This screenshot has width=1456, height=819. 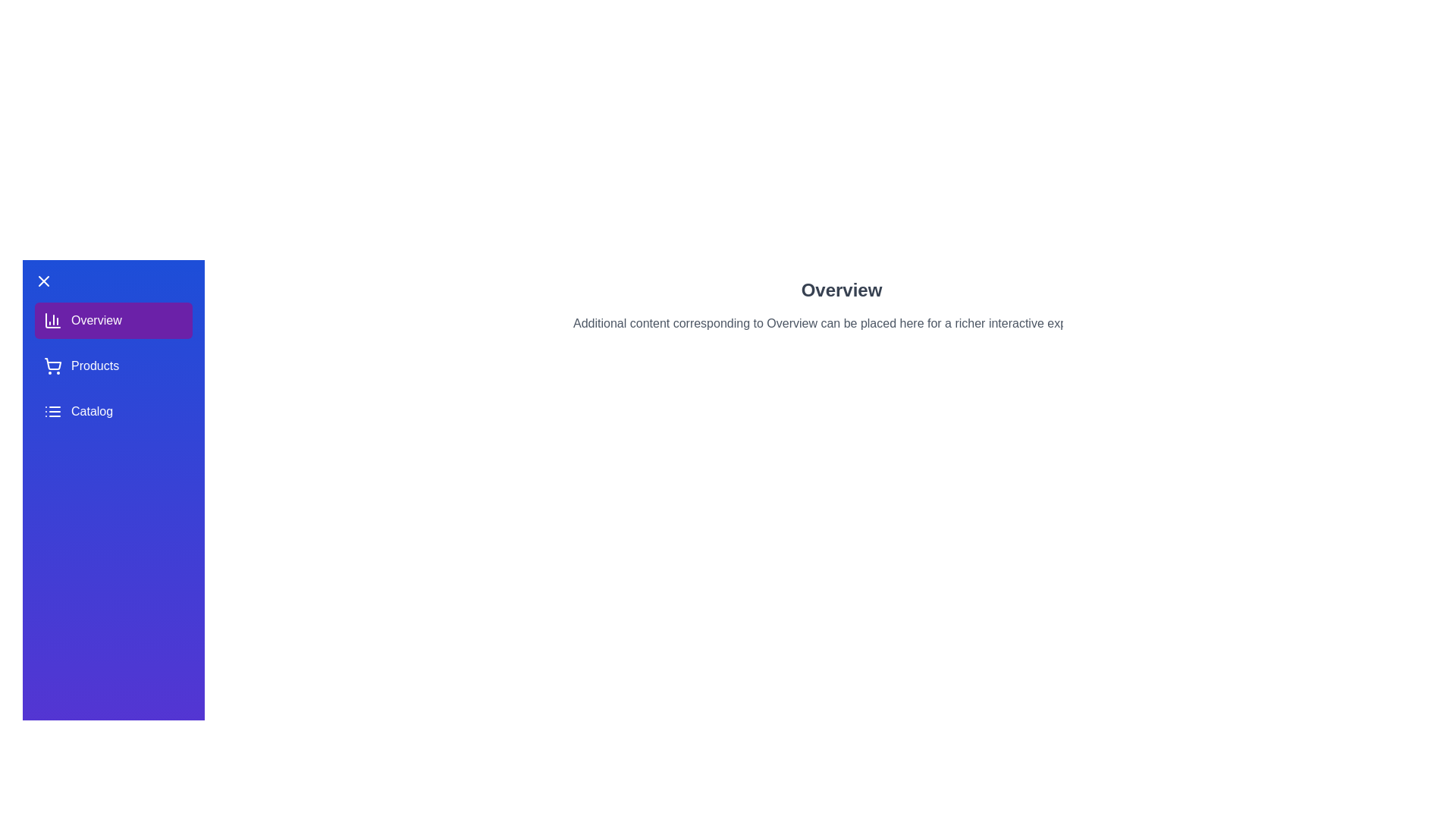 What do you see at coordinates (43, 281) in the screenshot?
I see `toggle button to toggle the drawer open or close` at bounding box center [43, 281].